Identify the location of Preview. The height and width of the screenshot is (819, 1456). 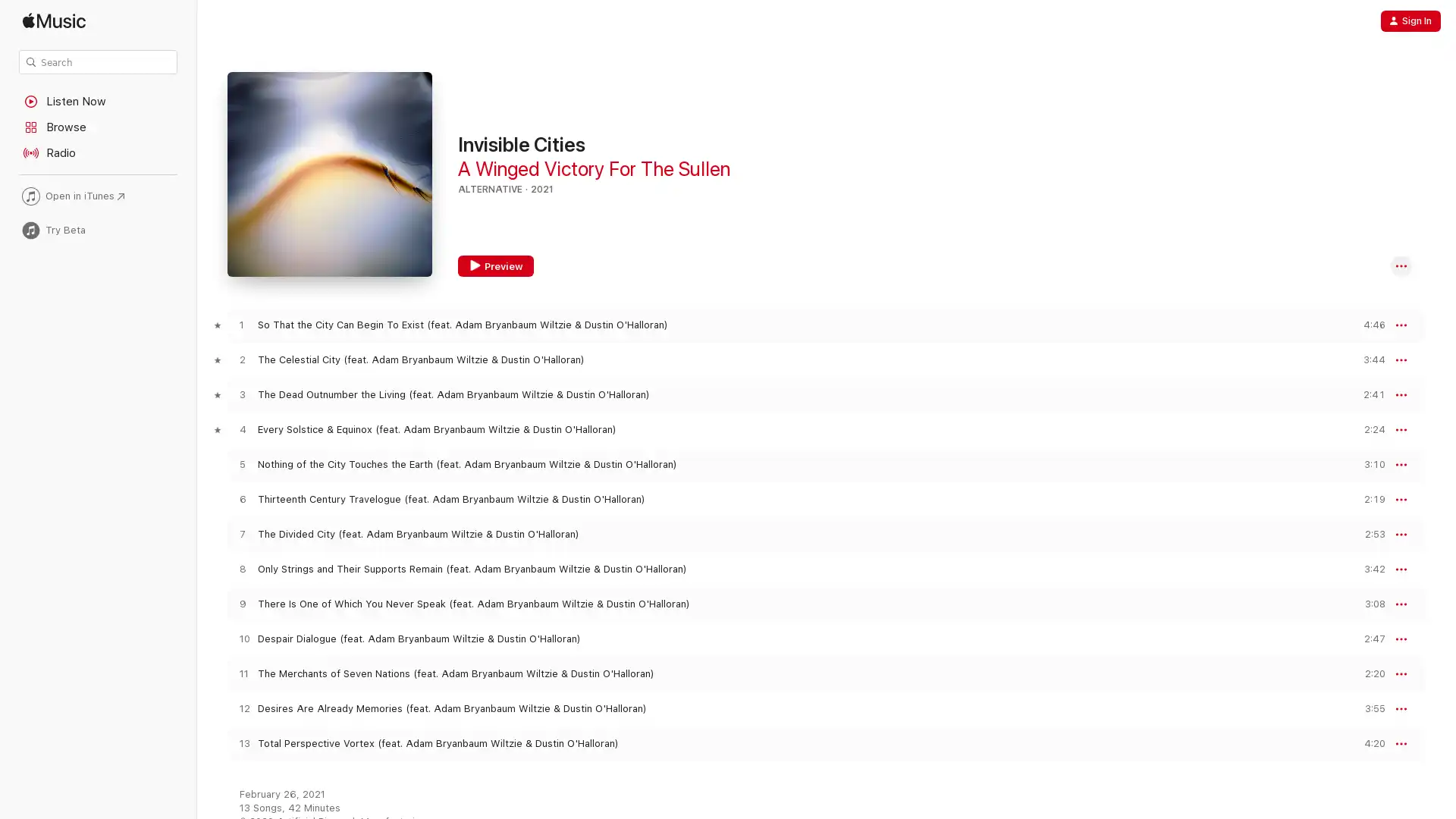
(1368, 708).